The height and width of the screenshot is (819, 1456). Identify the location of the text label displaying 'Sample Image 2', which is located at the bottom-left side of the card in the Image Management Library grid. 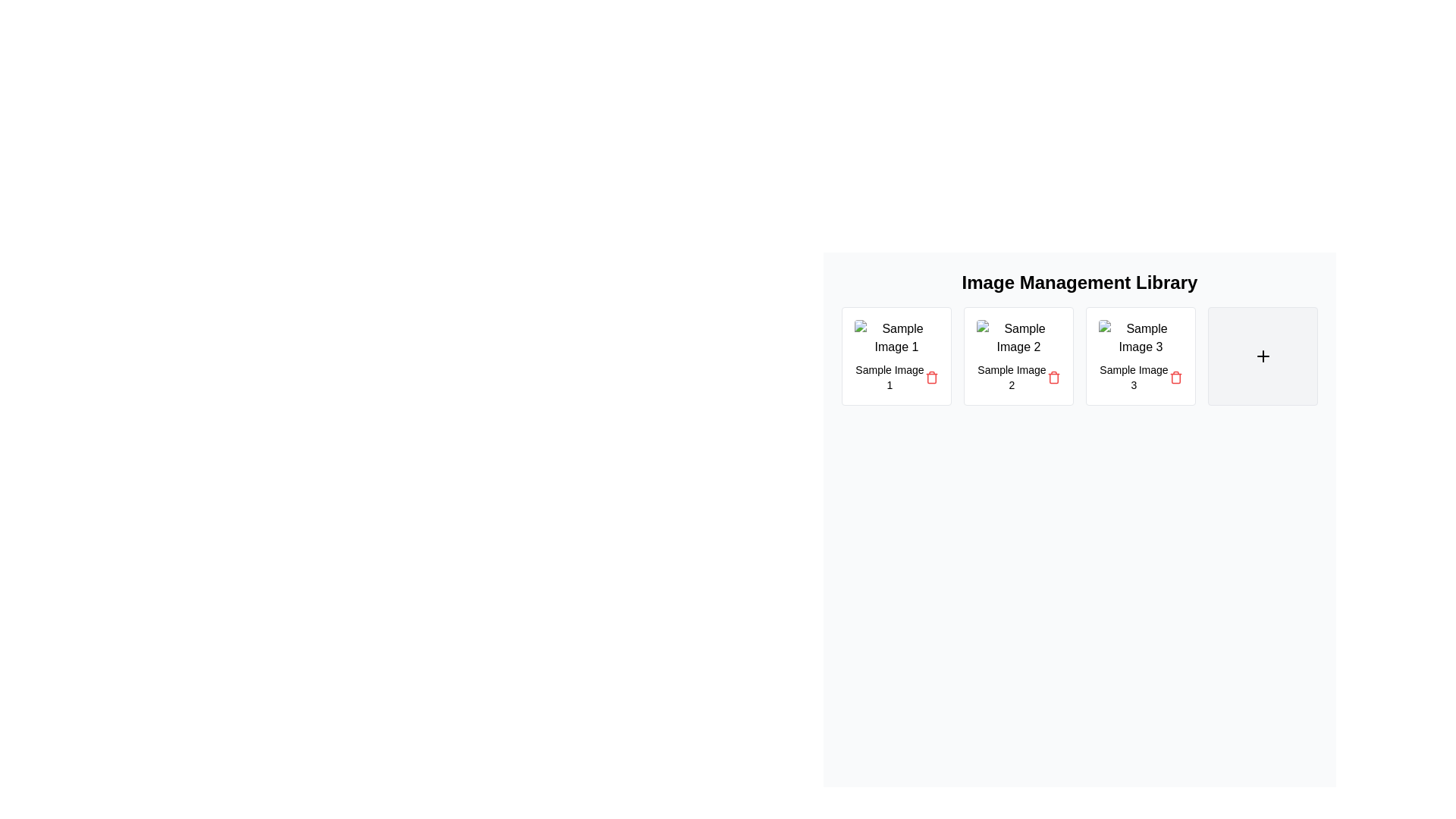
(1018, 376).